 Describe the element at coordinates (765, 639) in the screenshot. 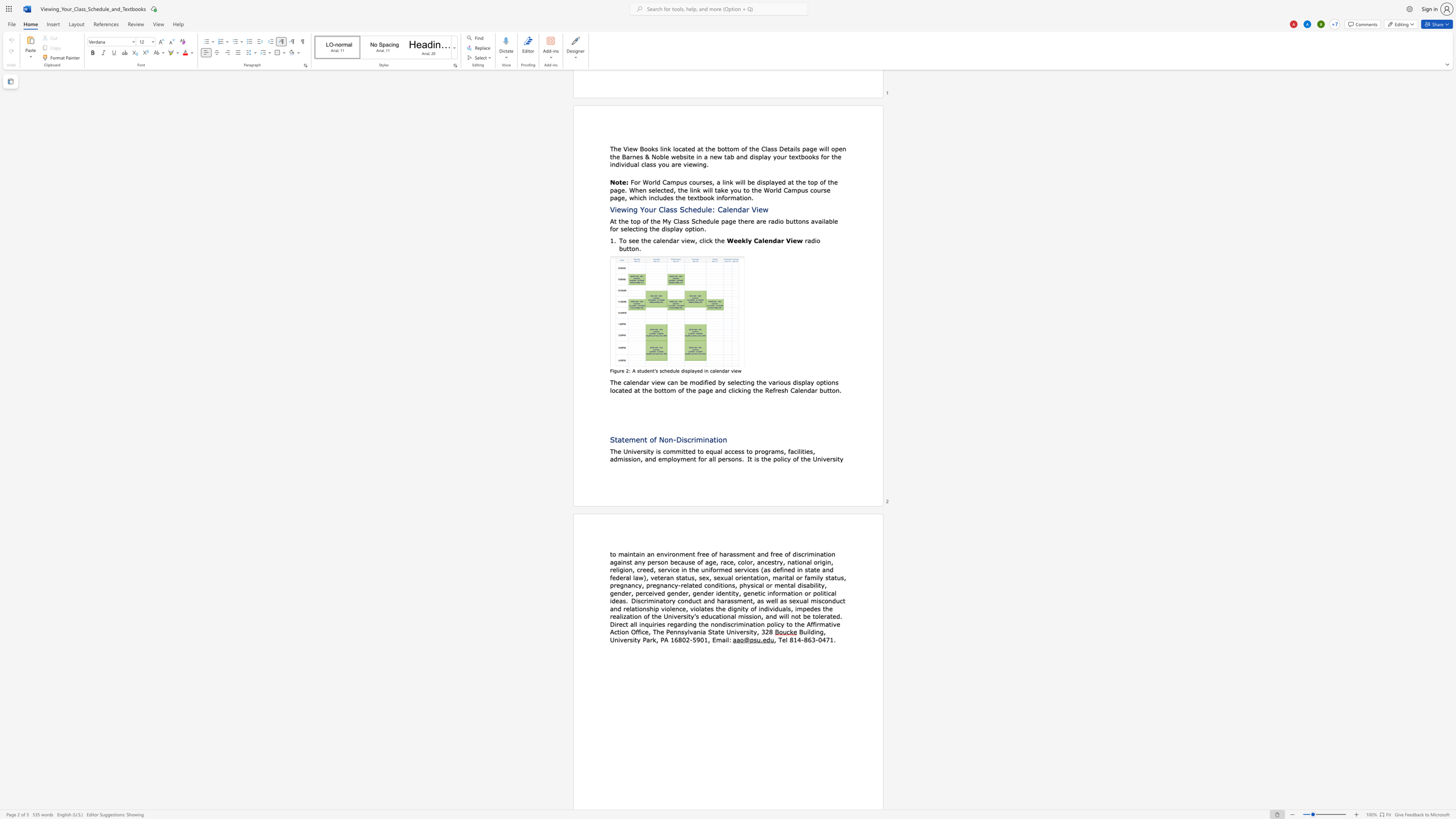

I see `the space between the continuous character "e" and "d" in the text` at that location.